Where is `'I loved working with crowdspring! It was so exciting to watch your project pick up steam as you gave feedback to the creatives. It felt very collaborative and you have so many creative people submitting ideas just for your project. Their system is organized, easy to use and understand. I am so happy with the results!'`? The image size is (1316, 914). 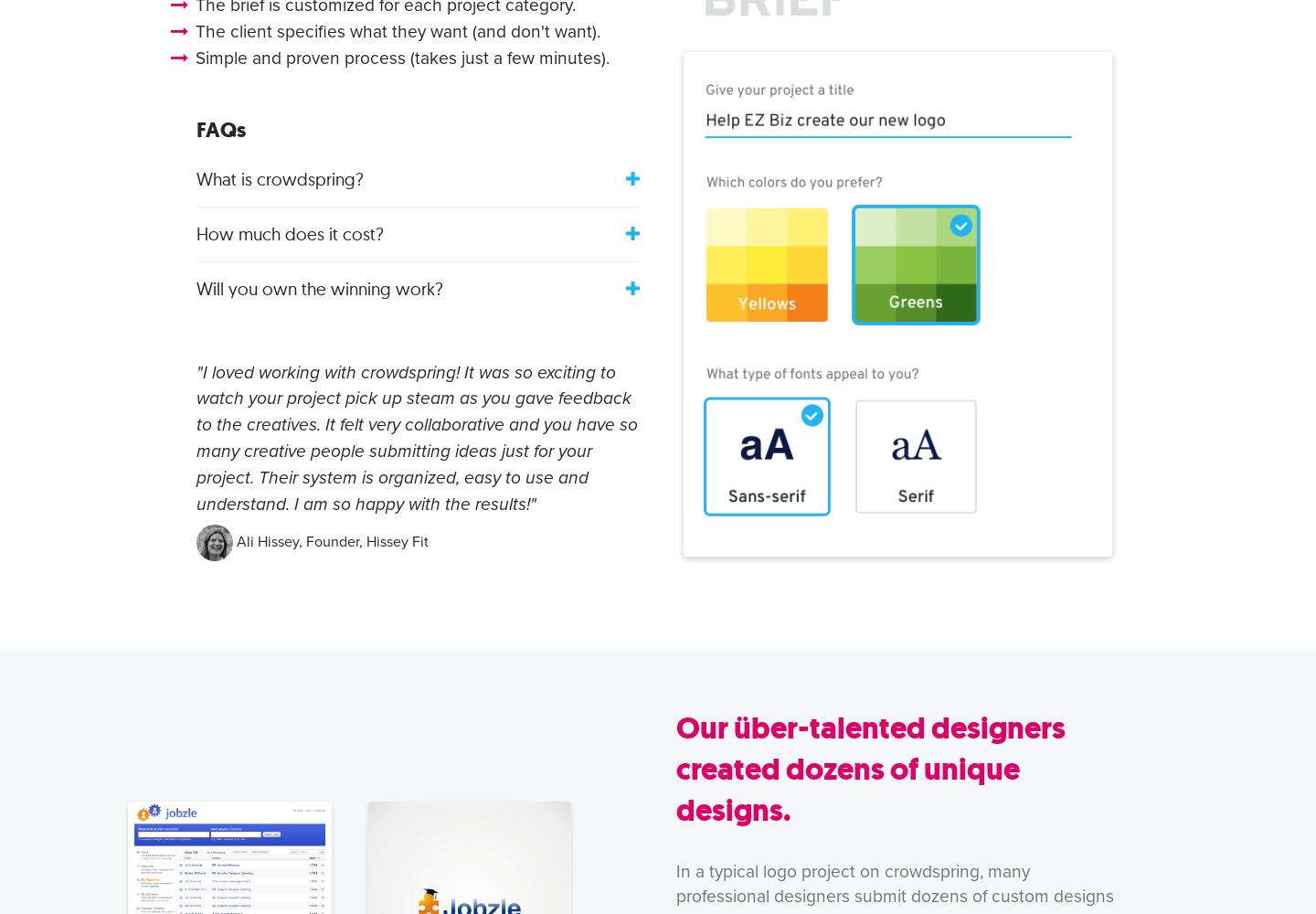
'I loved working with crowdspring! It was so exciting to watch your project pick up steam as you gave feedback to the creatives. It felt very collaborative and you have so many creative people submitting ideas just for your project. Their system is organized, easy to use and understand. I am so happy with the results!' is located at coordinates (417, 436).